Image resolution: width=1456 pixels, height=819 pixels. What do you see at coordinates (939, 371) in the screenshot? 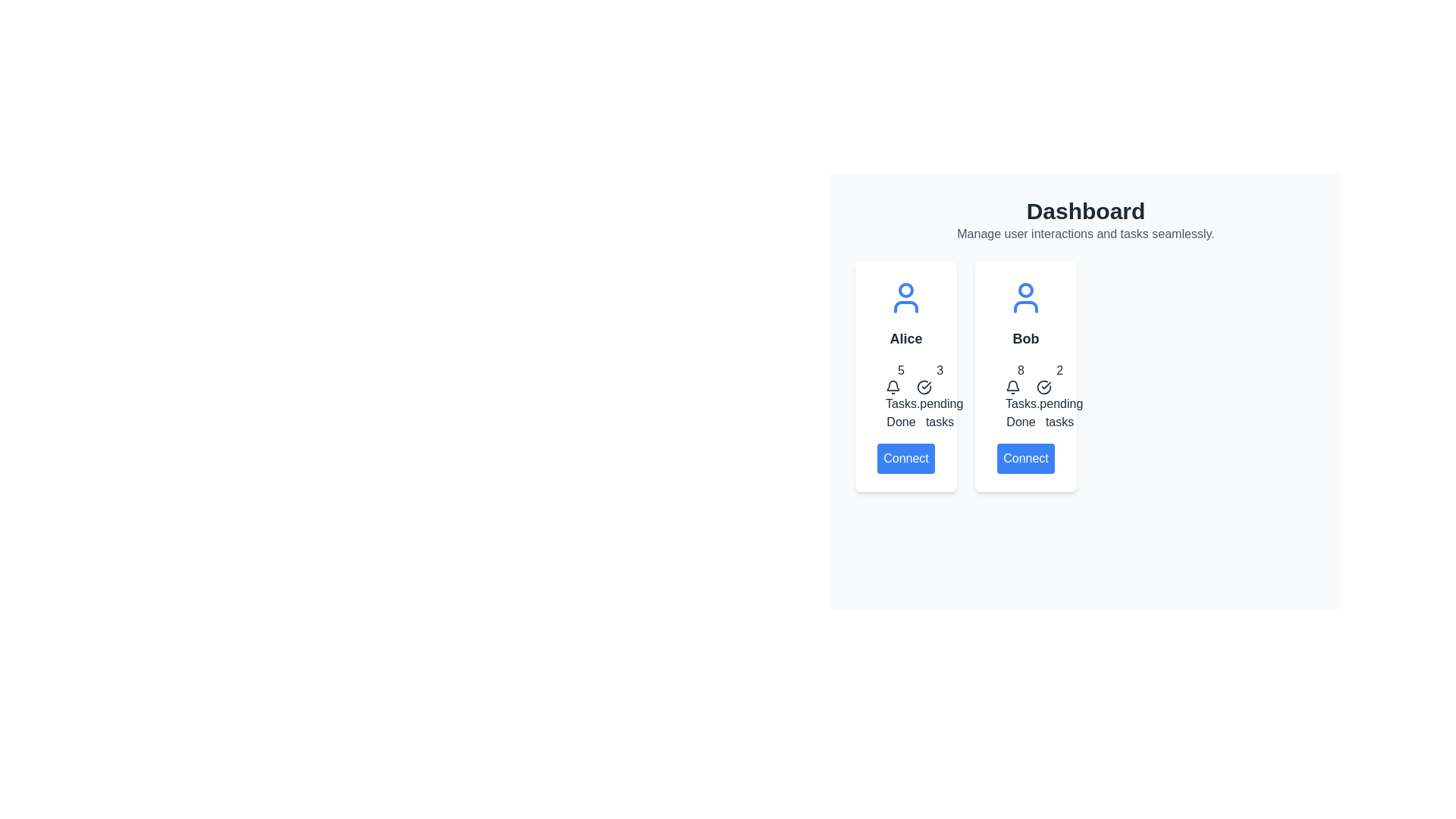
I see `the static text label displaying the numeral '3' in black, located at the top section of the statistics widget for user 'Alice', above the 'pending tasks' text` at bounding box center [939, 371].